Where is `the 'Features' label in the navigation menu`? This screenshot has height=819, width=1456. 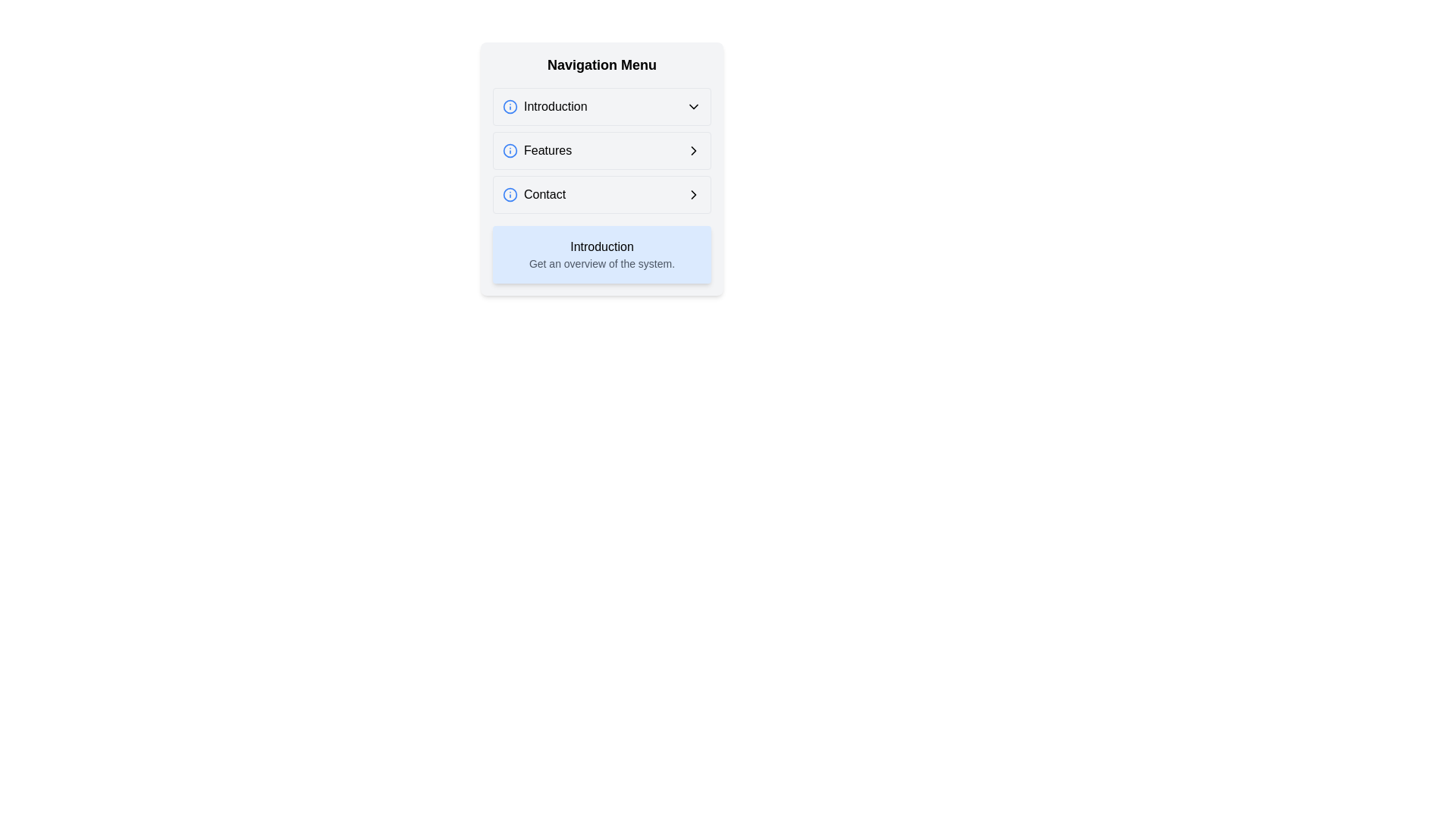
the 'Features' label in the navigation menu is located at coordinates (547, 151).